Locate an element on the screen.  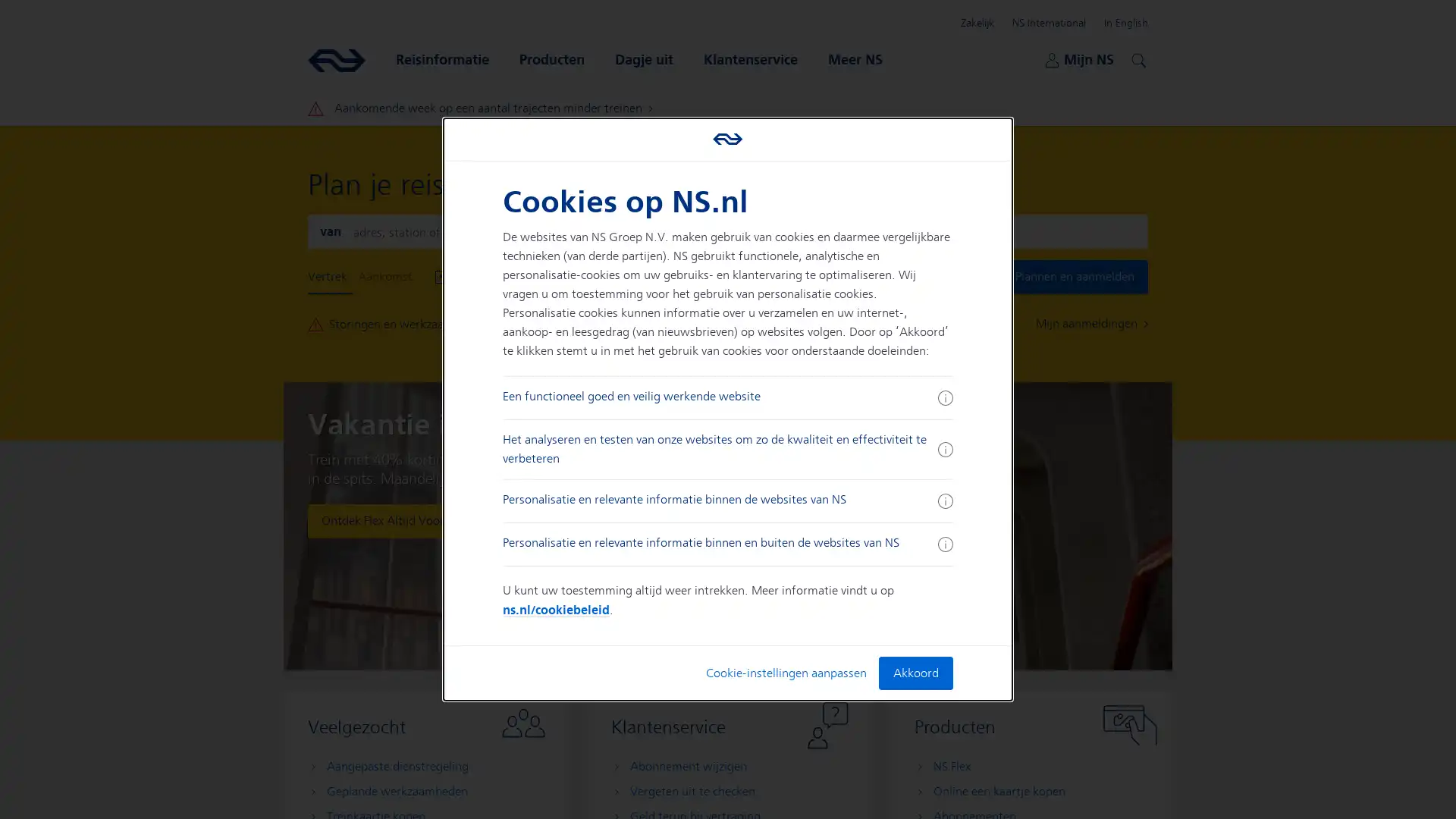
Dagje uit Open submenu is located at coordinates (644, 58).